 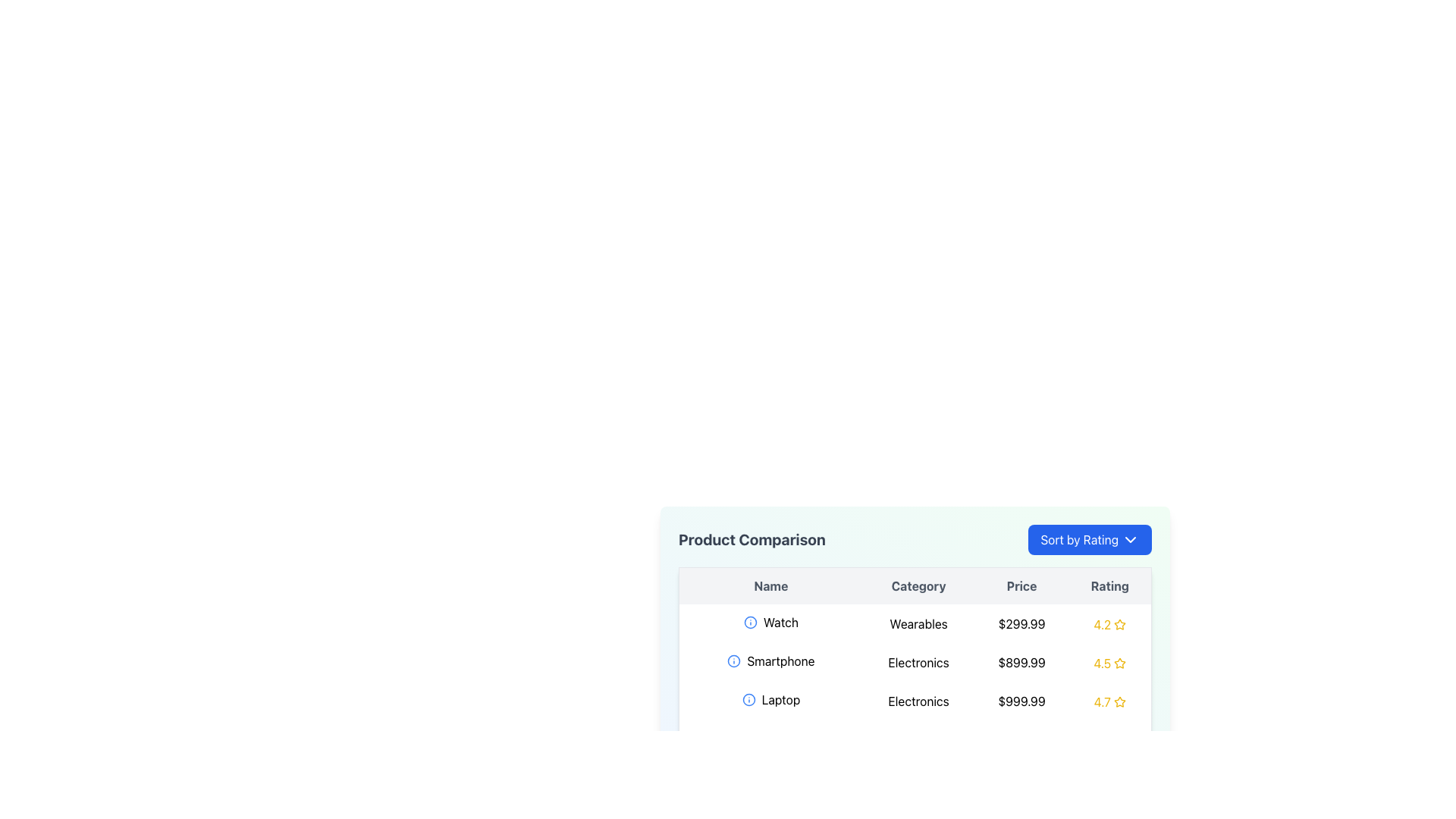 What do you see at coordinates (914, 663) in the screenshot?
I see `details of the product information displayed in the table by interacting with the rows` at bounding box center [914, 663].